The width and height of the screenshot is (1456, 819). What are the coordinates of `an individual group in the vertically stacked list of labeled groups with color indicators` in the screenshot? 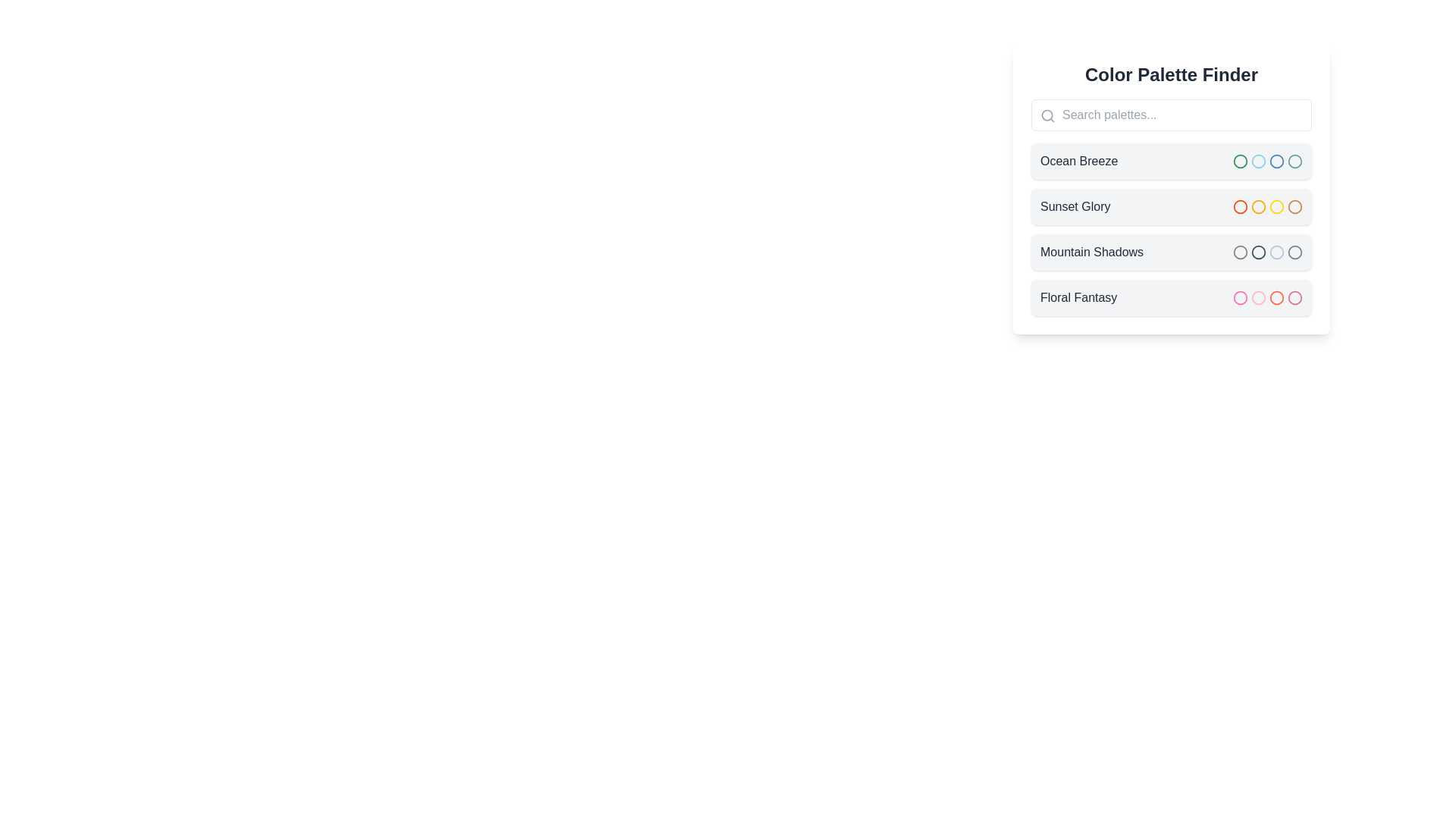 It's located at (1171, 230).